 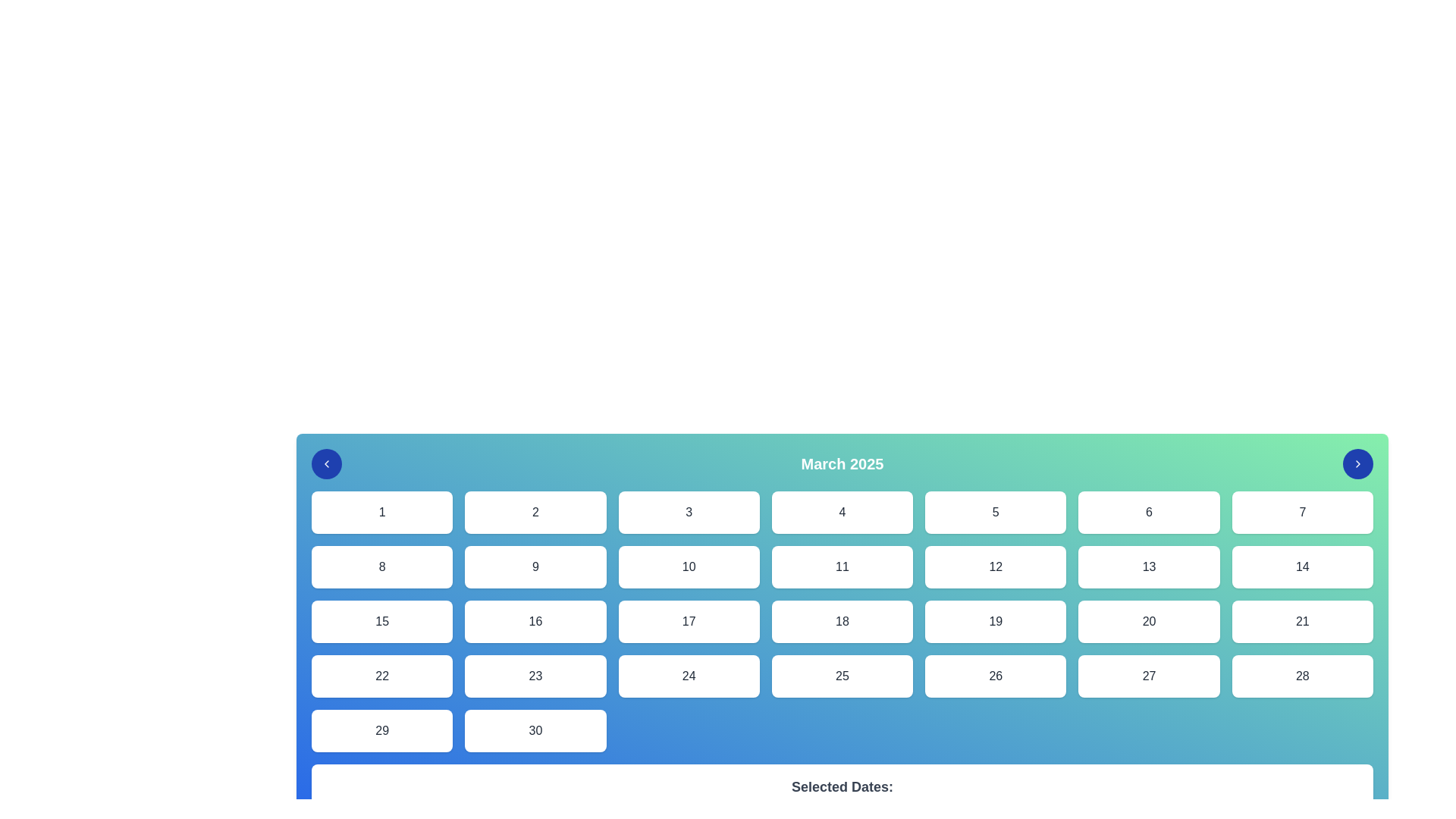 I want to click on the rounded rectangular button displaying the number '10', so click(x=688, y=567).